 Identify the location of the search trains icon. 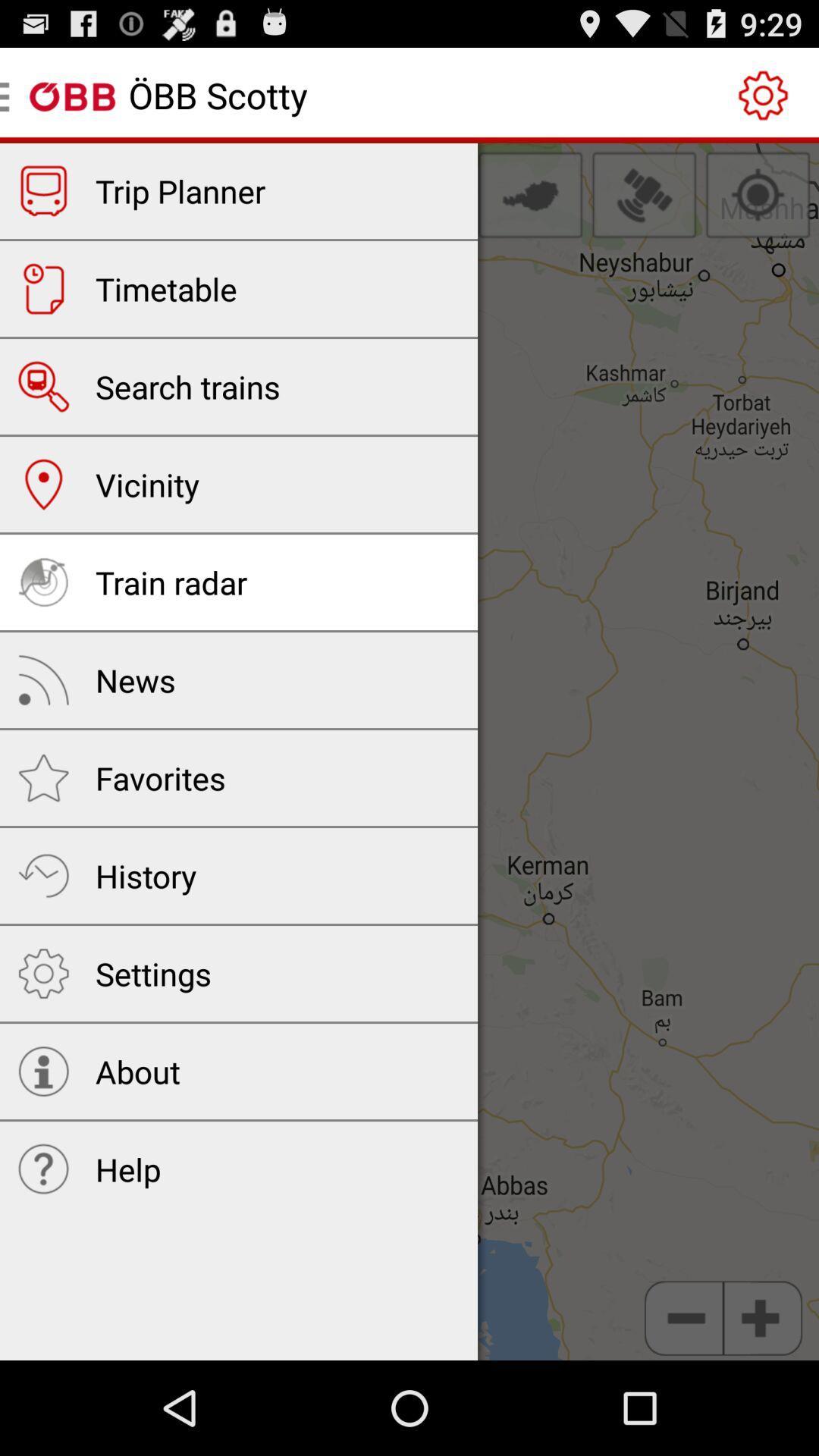
(187, 386).